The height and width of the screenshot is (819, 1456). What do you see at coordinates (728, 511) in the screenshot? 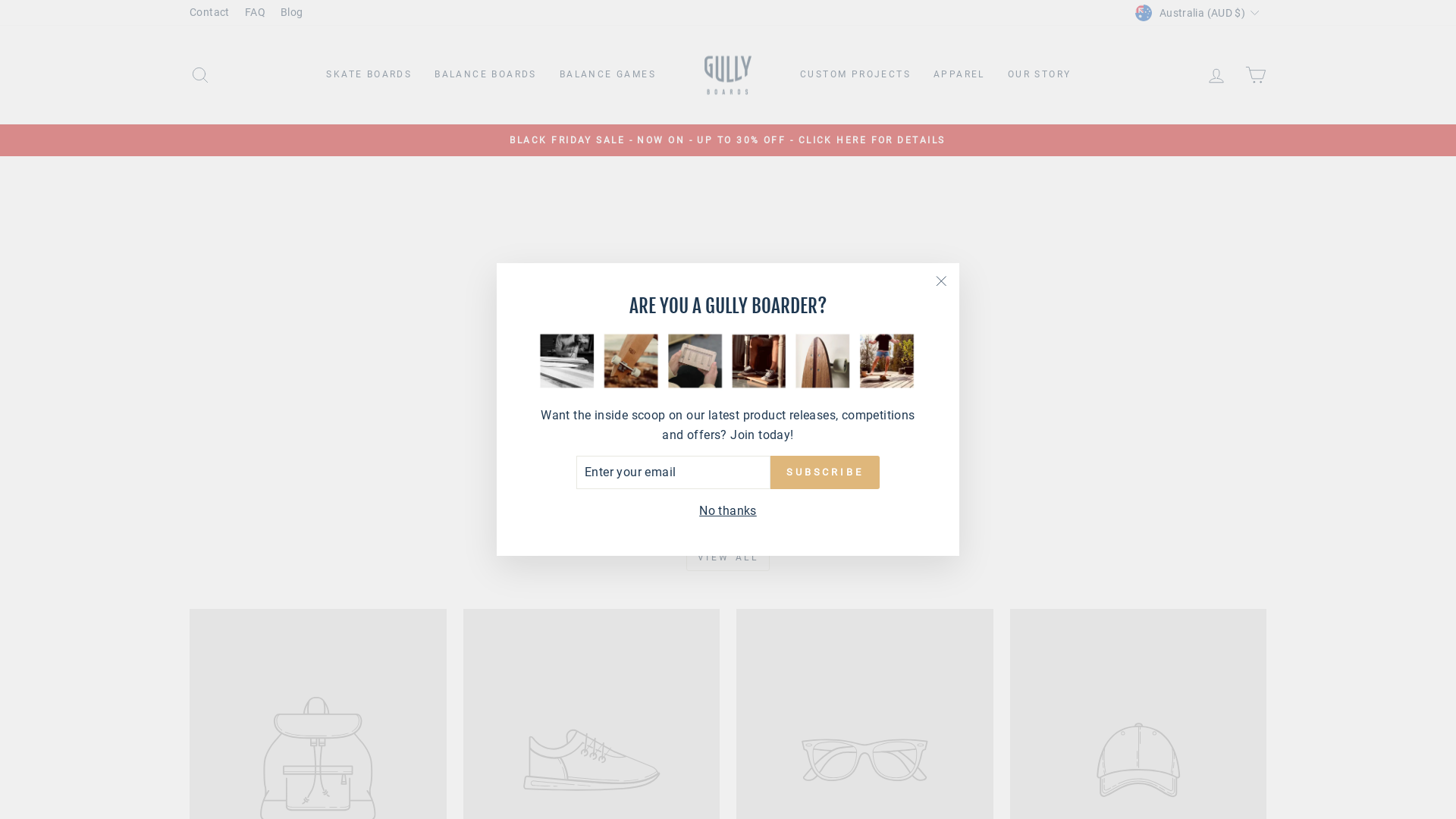
I see `'No thanks'` at bounding box center [728, 511].